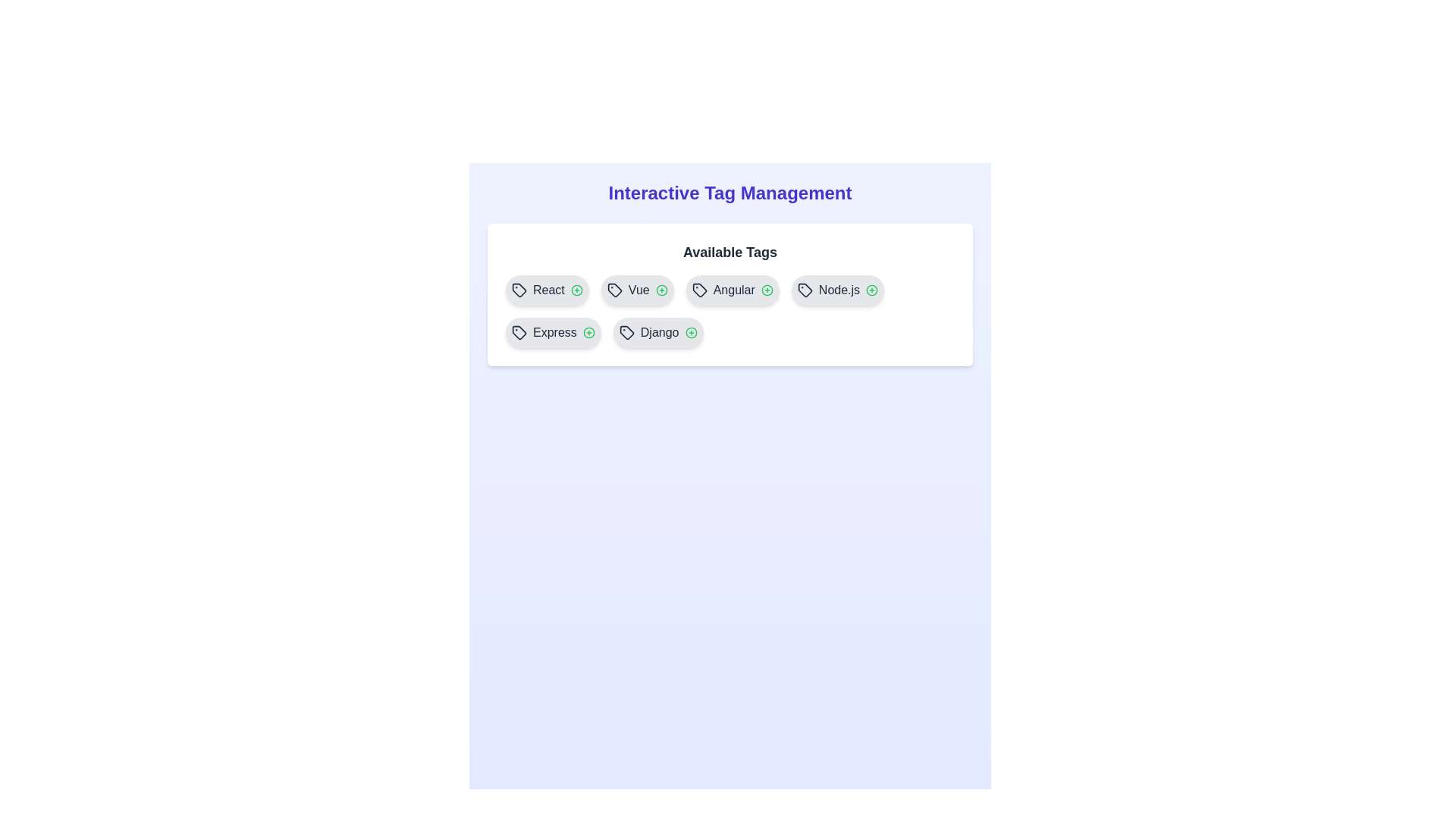  I want to click on the first button labeled 'React' in the 'Available Tags' section, so click(546, 290).